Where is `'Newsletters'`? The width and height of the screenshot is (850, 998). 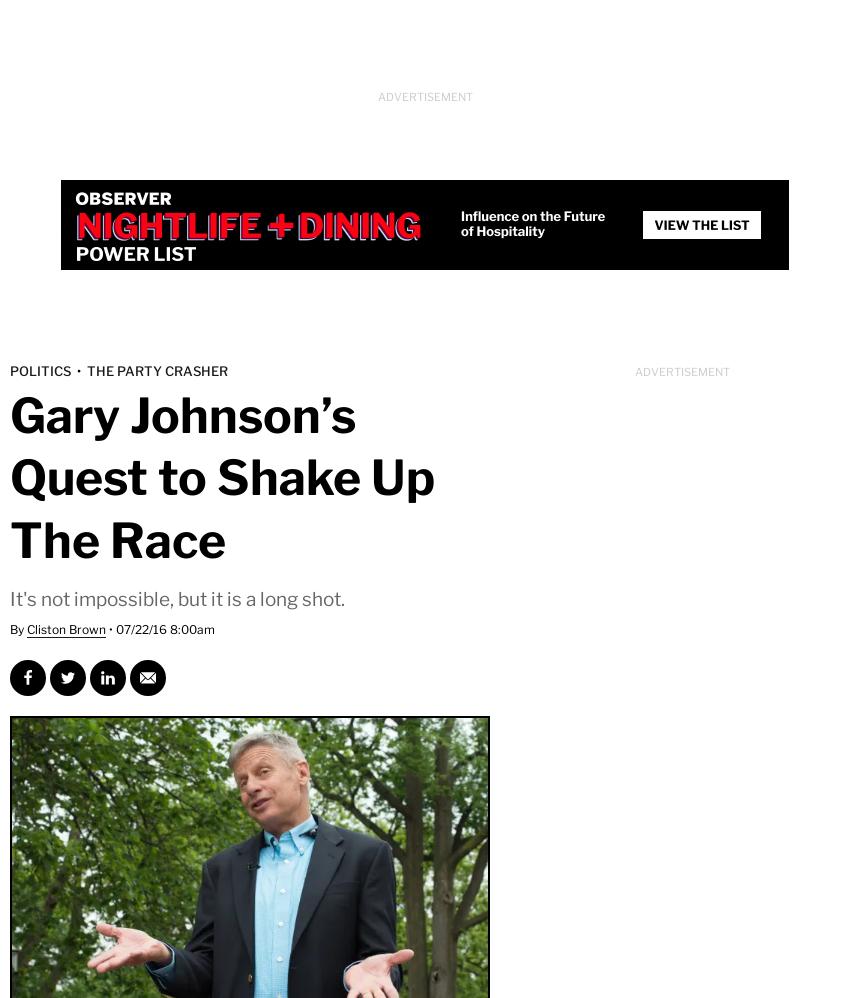
'Newsletters' is located at coordinates (695, 34).